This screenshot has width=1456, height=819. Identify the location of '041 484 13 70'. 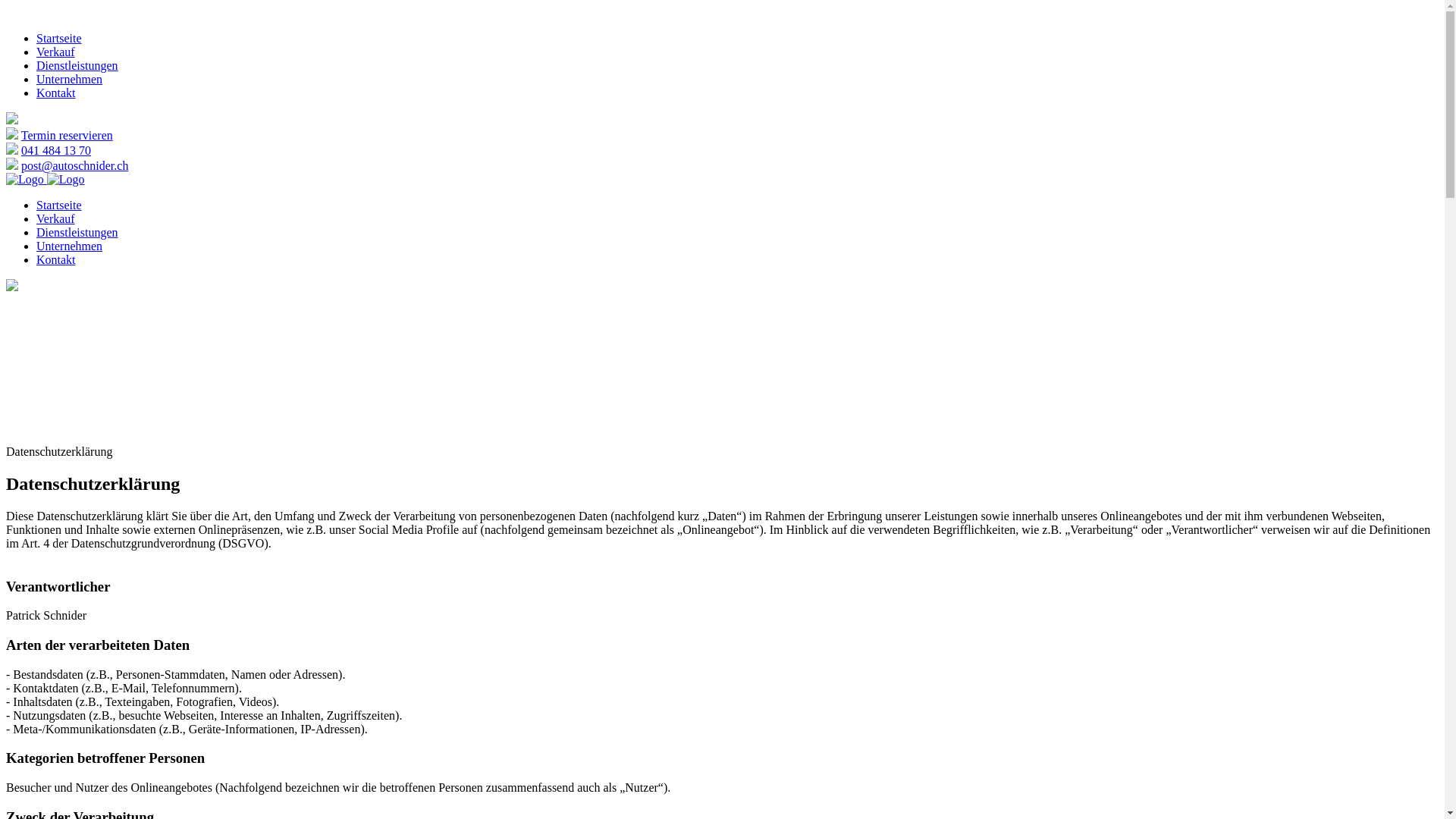
(55, 150).